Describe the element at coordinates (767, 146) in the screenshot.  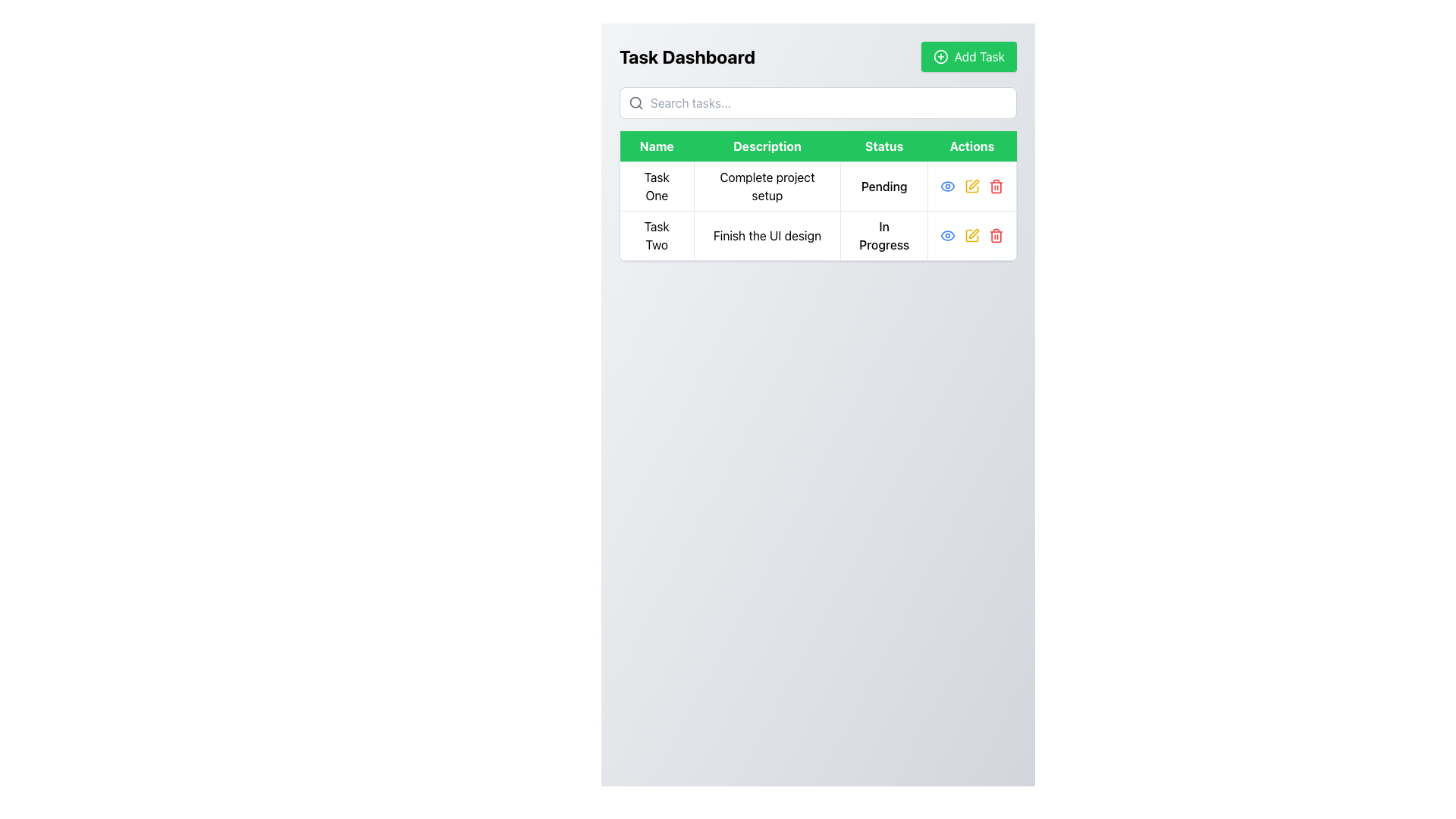
I see `the Table Column Header that categorizes data as 'Description', located in the second column of the table header row` at that location.